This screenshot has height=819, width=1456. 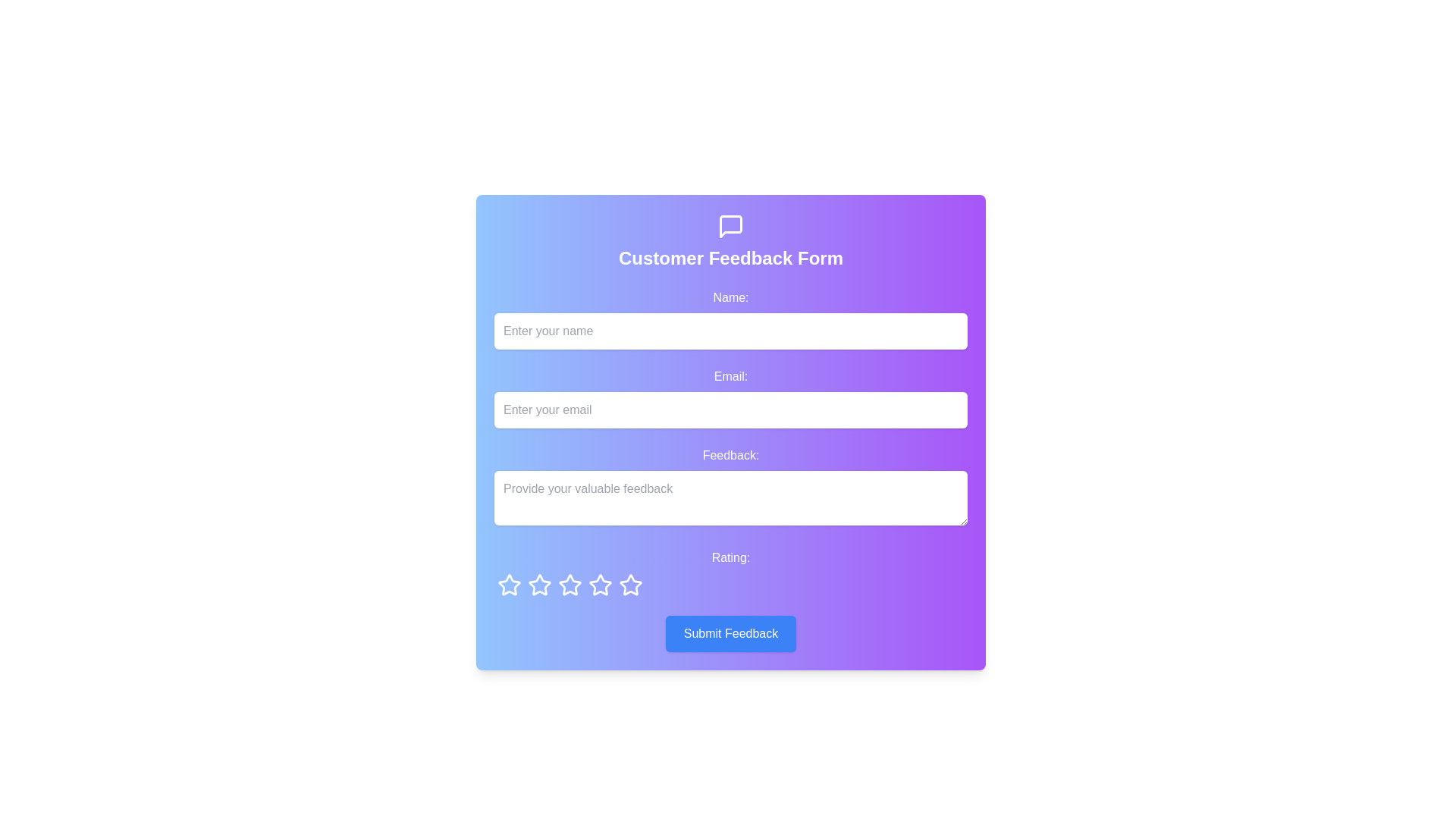 I want to click on the heading text in the feedback form, which is centrally located in the upper section below a speech bubble icon, so click(x=731, y=257).